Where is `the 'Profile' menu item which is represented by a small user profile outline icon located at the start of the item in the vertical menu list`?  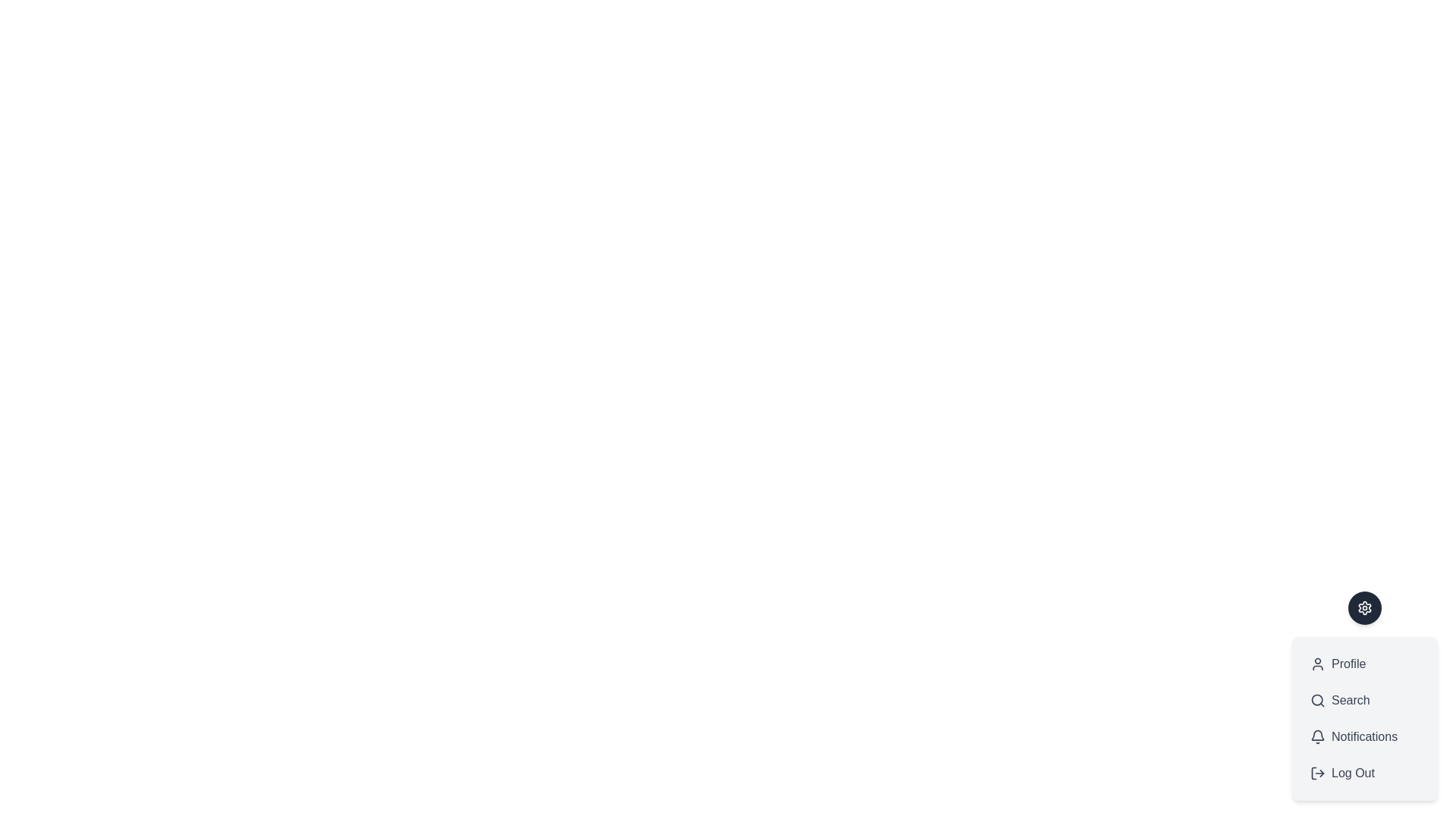
the 'Profile' menu item which is represented by a small user profile outline icon located at the start of the item in the vertical menu list is located at coordinates (1316, 663).